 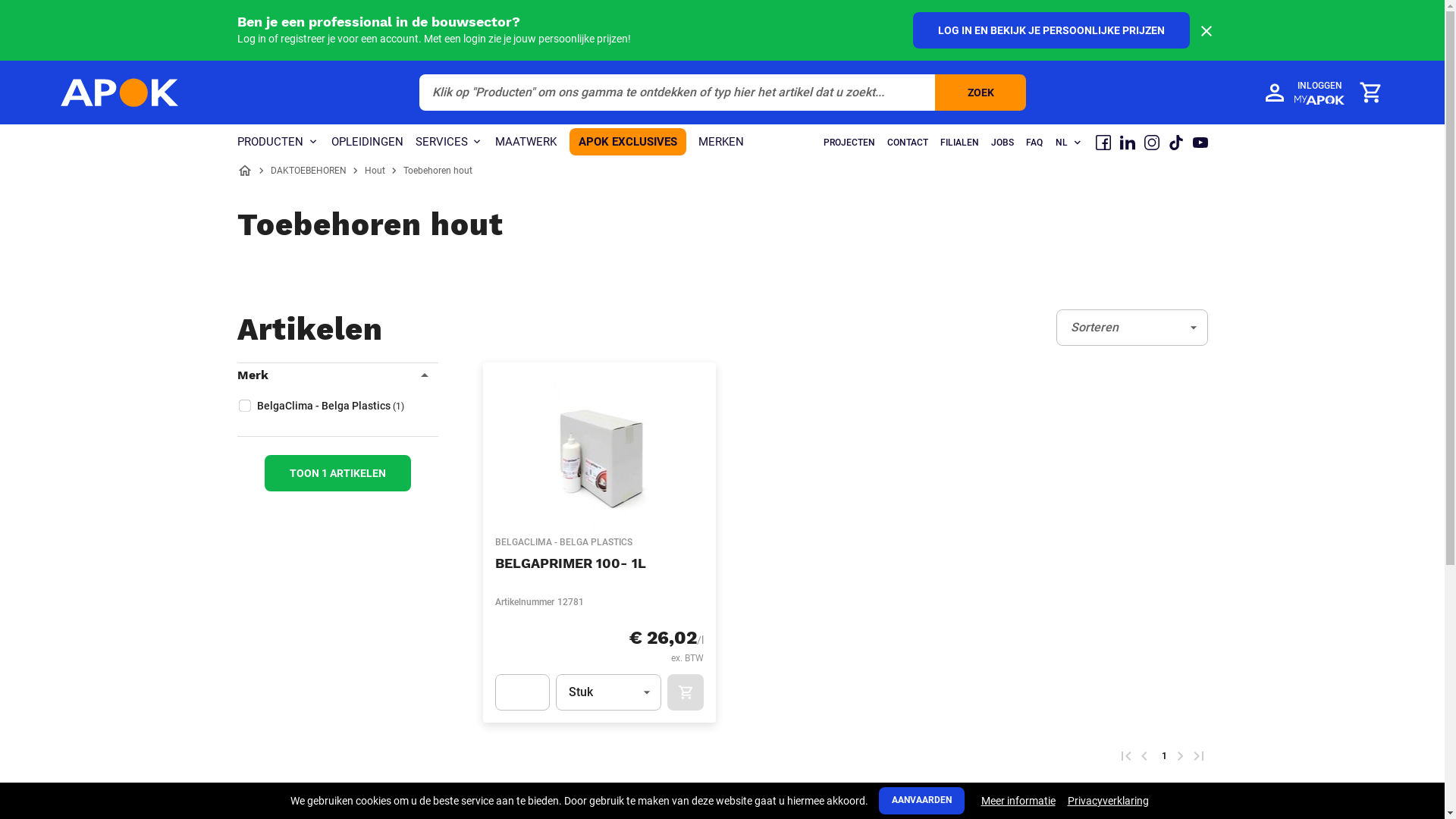 What do you see at coordinates (336, 375) in the screenshot?
I see `'Merk` at bounding box center [336, 375].